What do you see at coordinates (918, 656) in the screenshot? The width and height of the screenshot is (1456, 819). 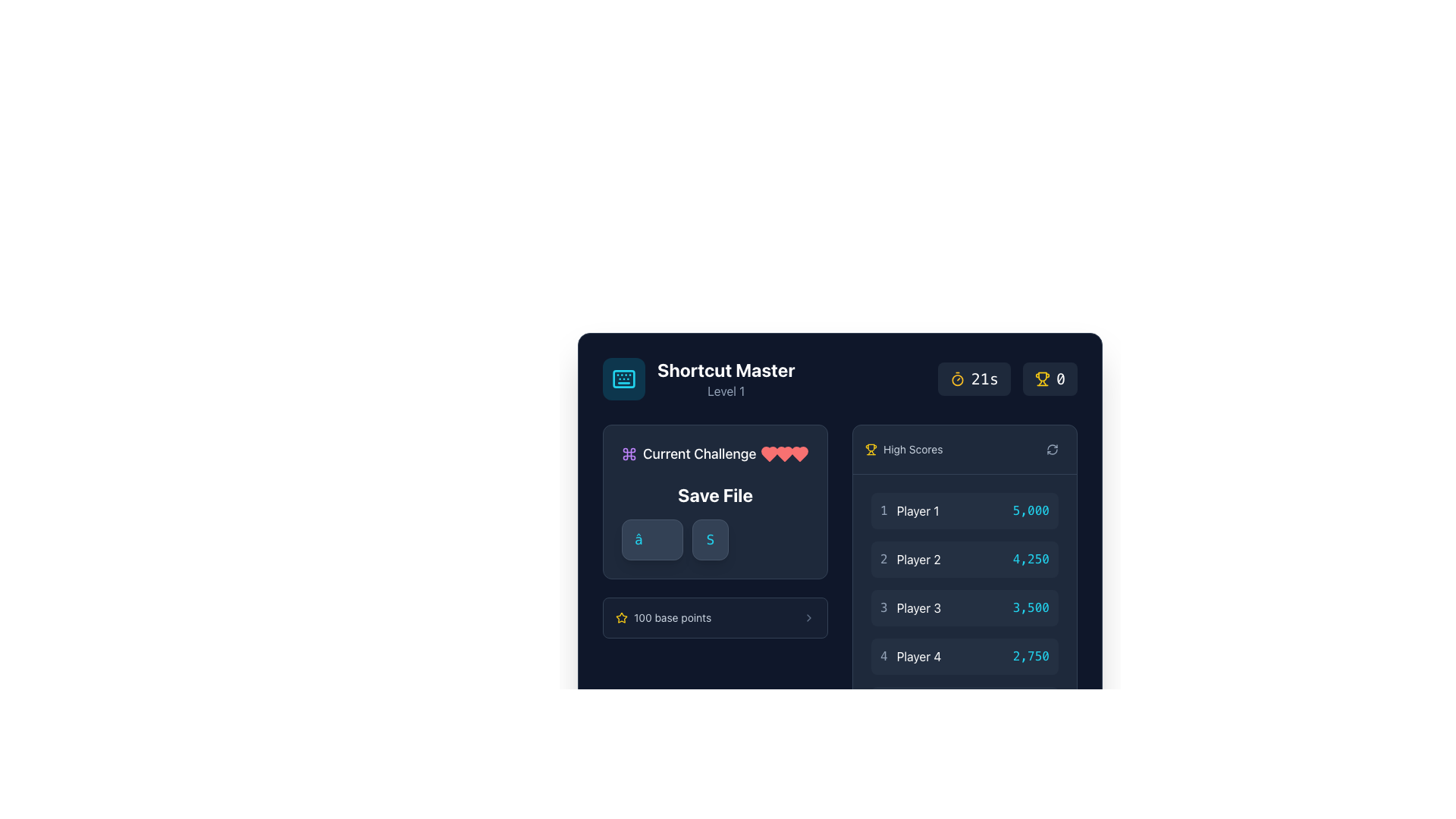 I see `the text label displaying 'Player 4' in the 'High Scores' panel, which is prominently styled in white against a dark background and is located in the fourth position of the list` at bounding box center [918, 656].